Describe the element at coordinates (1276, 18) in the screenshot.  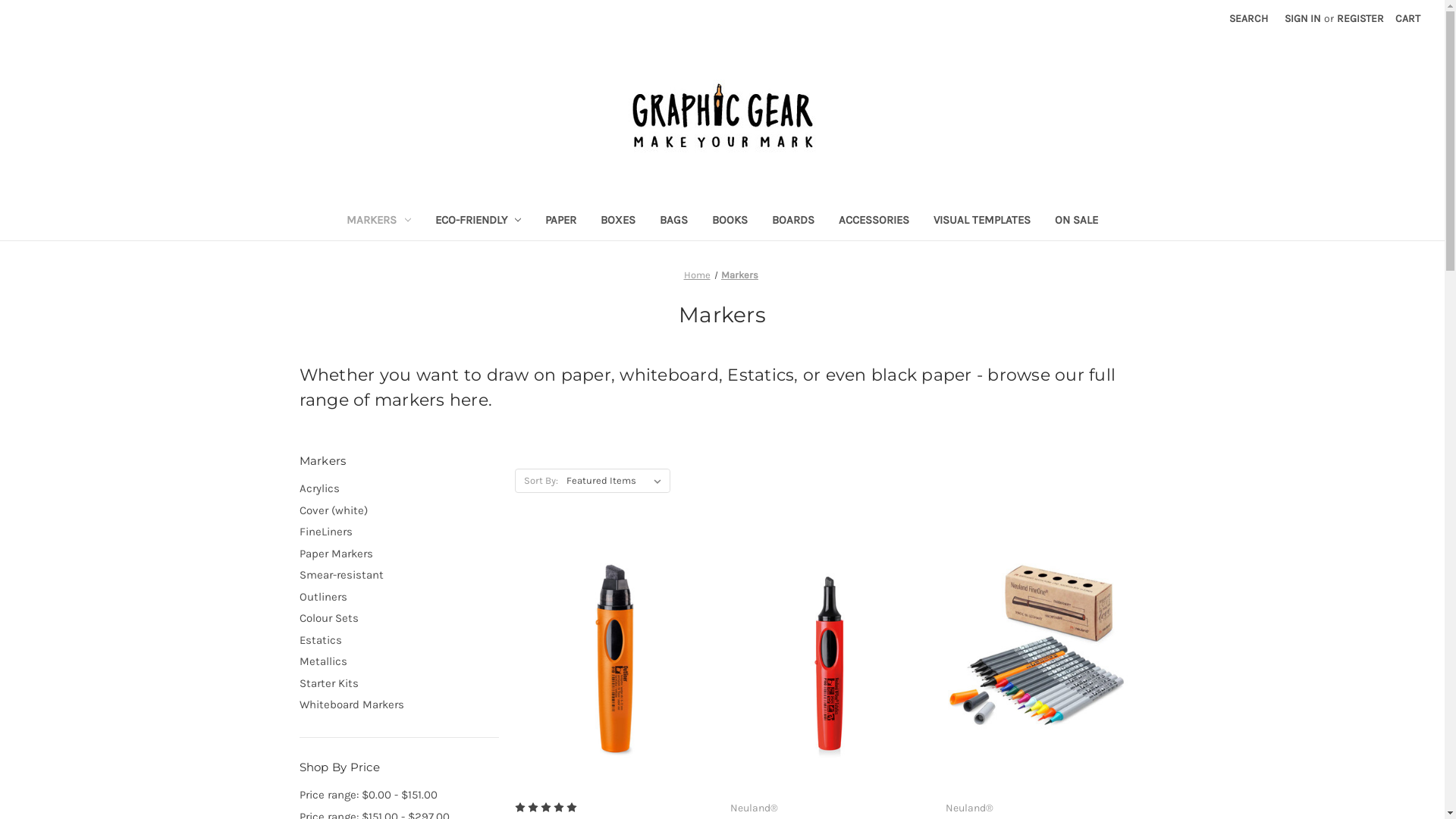
I see `'SIGN IN'` at that location.